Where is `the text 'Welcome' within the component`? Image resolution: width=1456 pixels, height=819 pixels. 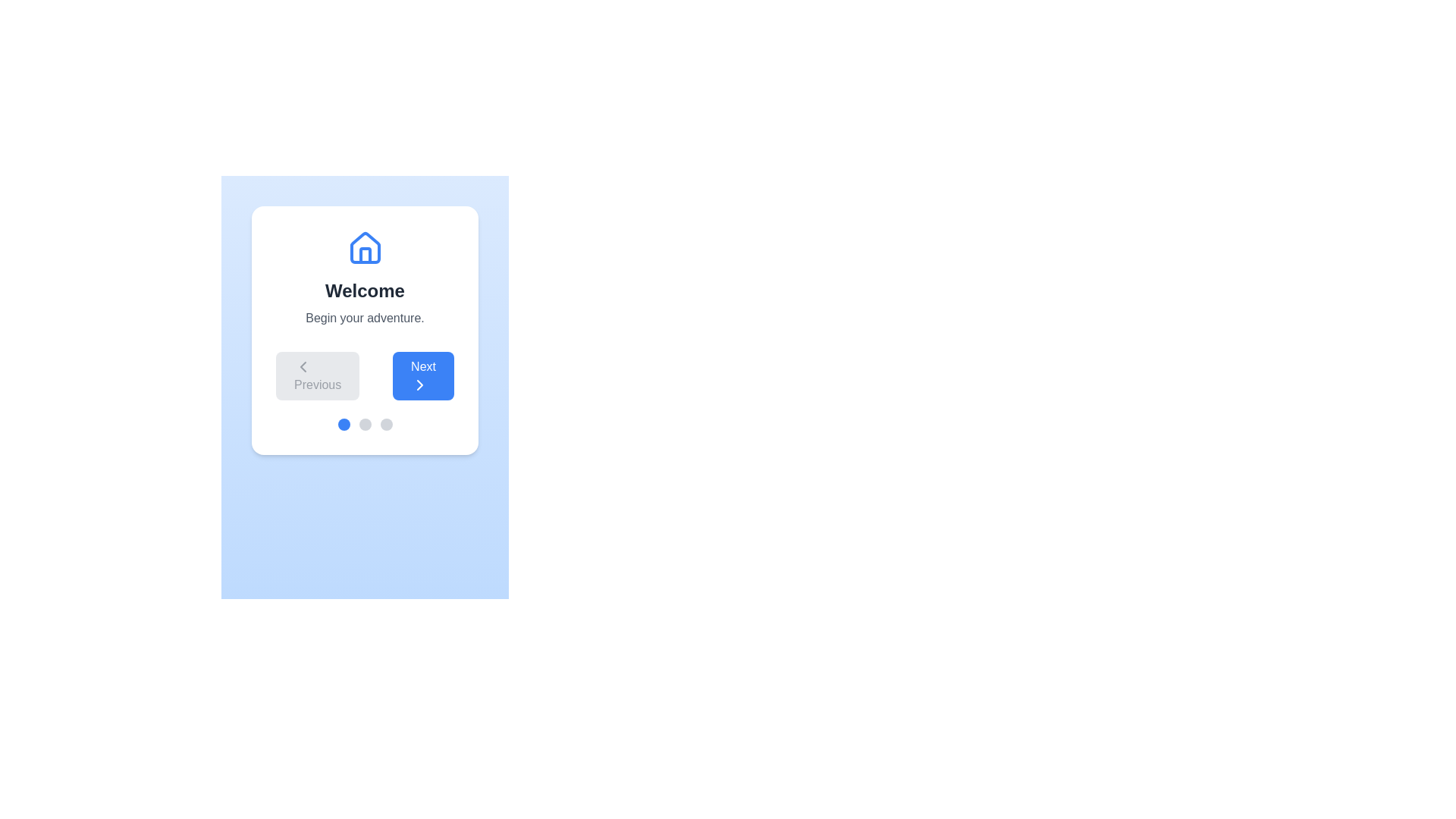
the text 'Welcome' within the component is located at coordinates (365, 291).